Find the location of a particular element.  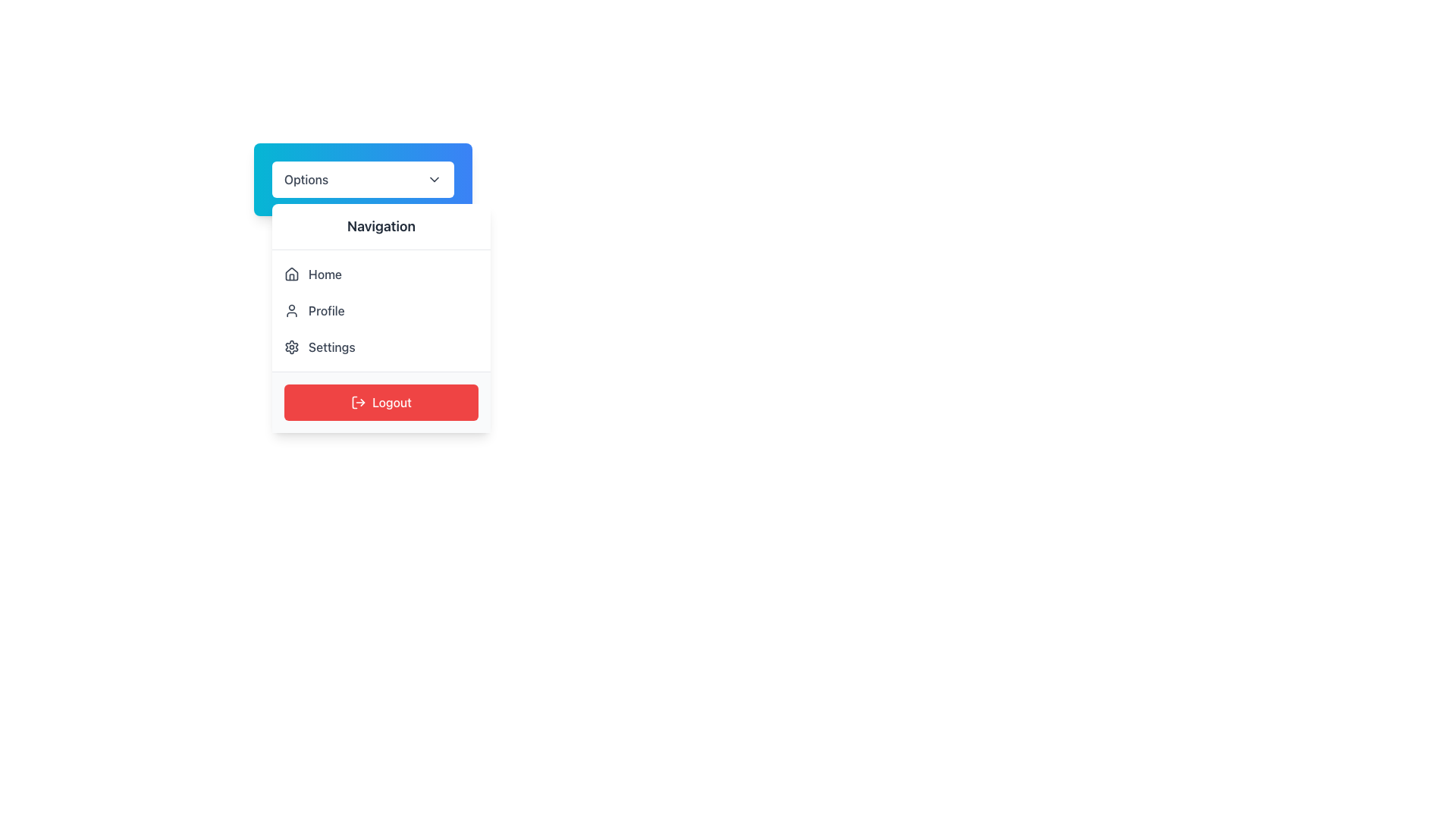

the 'log out' icon, which is a white vector graphic with an arrow pointing outward is located at coordinates (358, 402).